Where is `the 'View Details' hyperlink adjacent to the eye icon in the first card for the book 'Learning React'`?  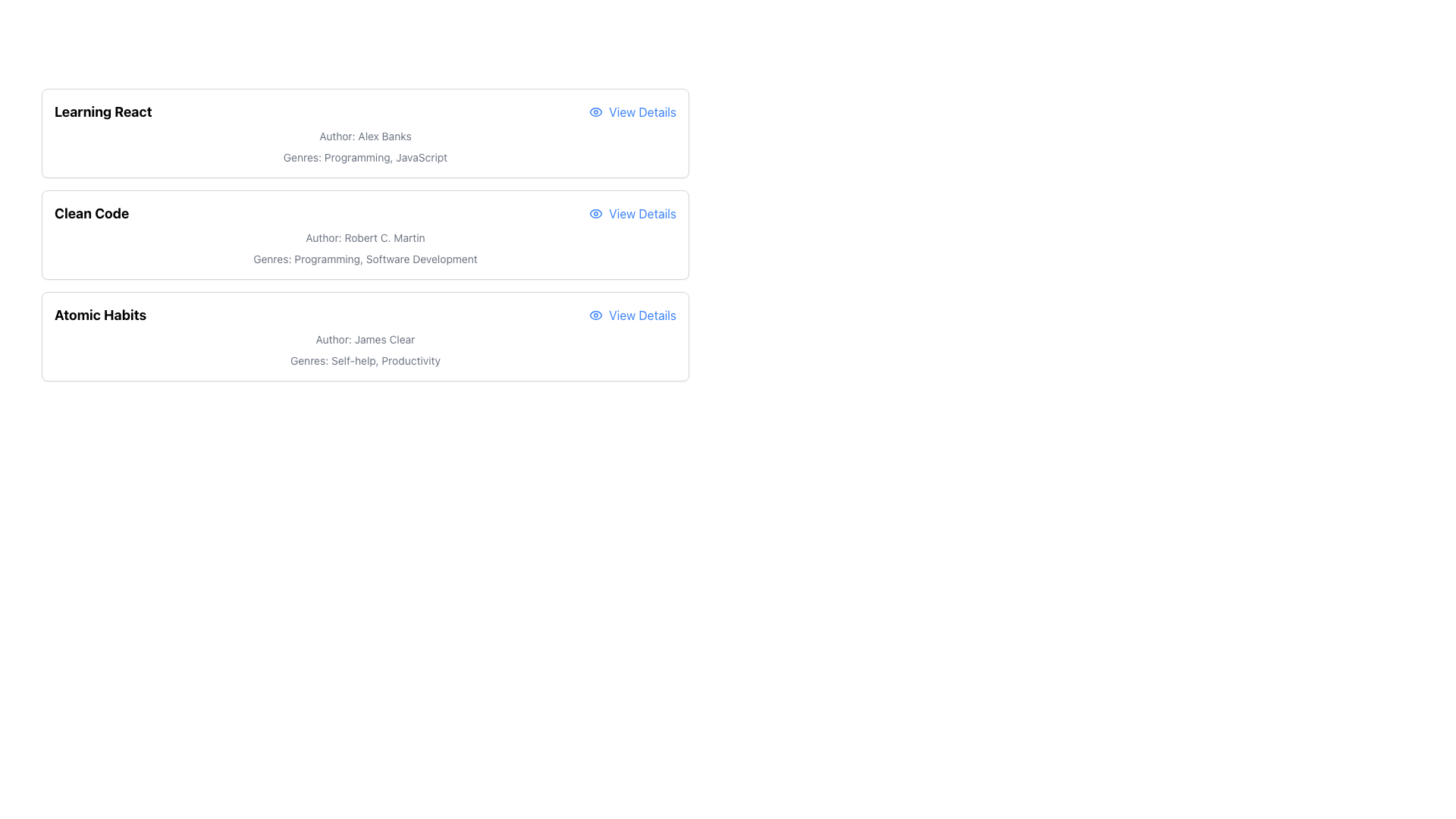 the 'View Details' hyperlink adjacent to the eye icon in the first card for the book 'Learning React' is located at coordinates (595, 111).